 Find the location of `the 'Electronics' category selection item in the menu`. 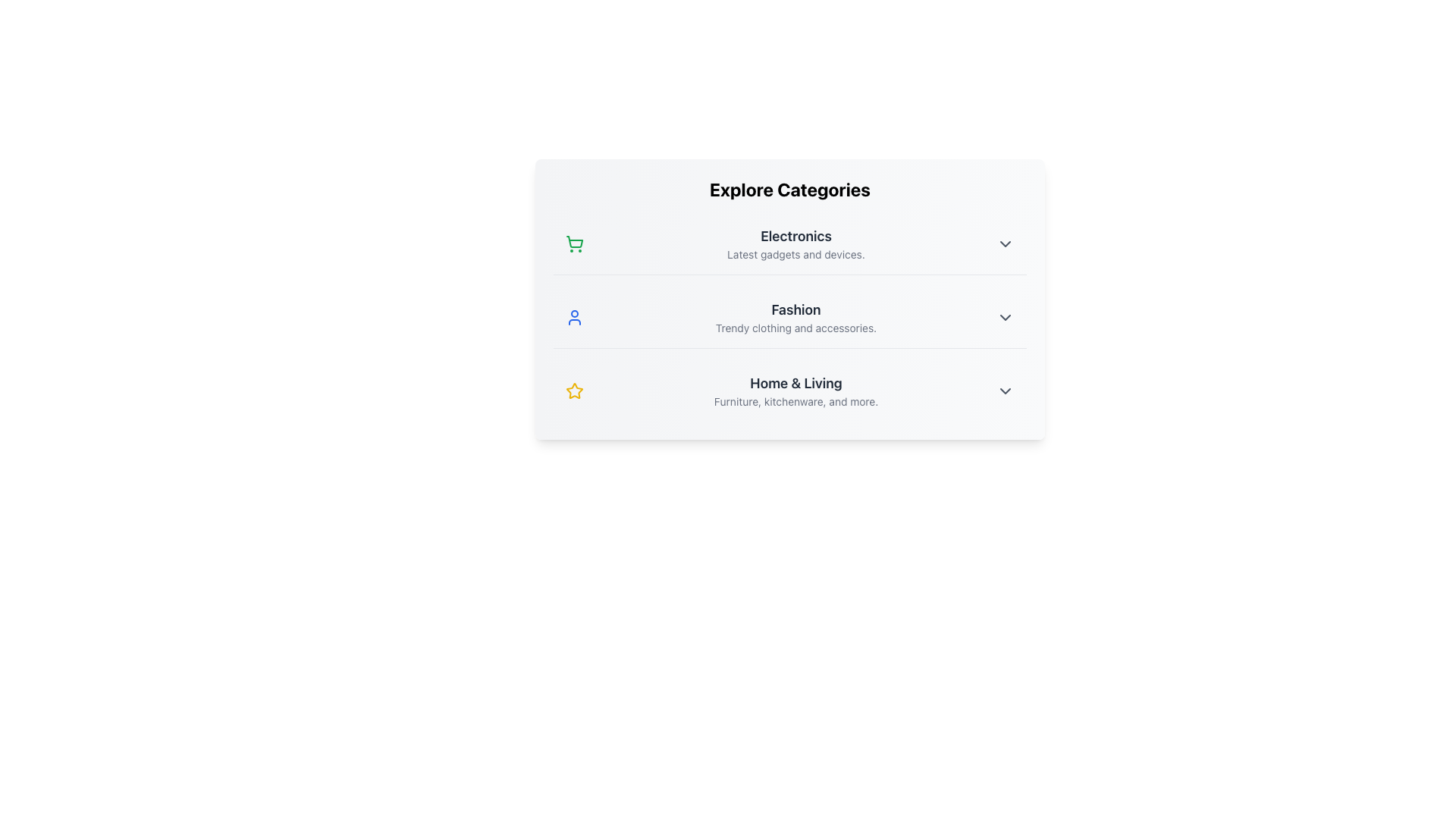

the 'Electronics' category selection item in the menu is located at coordinates (789, 243).